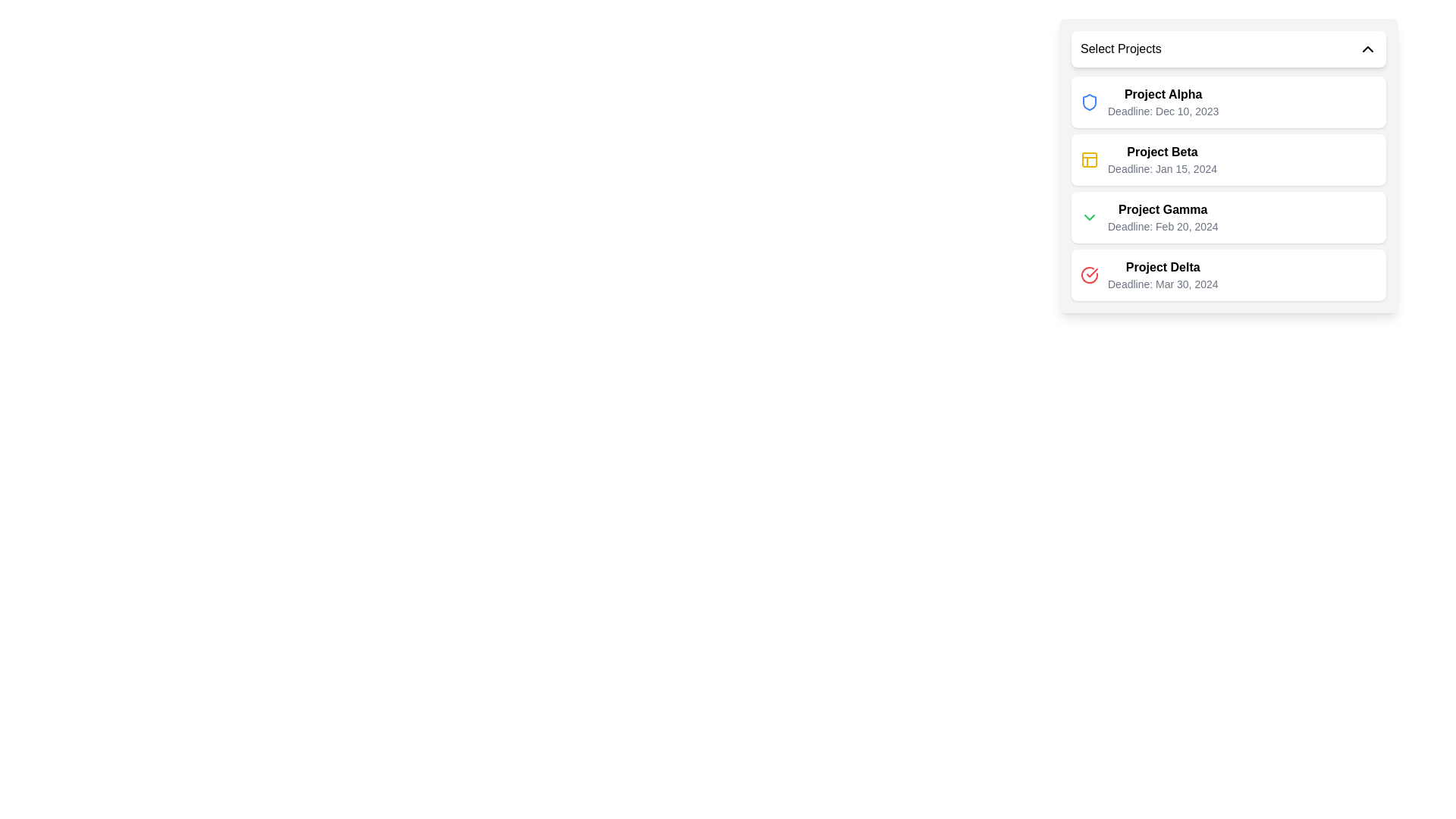  I want to click on the list item displaying the title 'Project Beta' with a deadline subtitle, which is the second item in the project list UI, so click(1161, 160).